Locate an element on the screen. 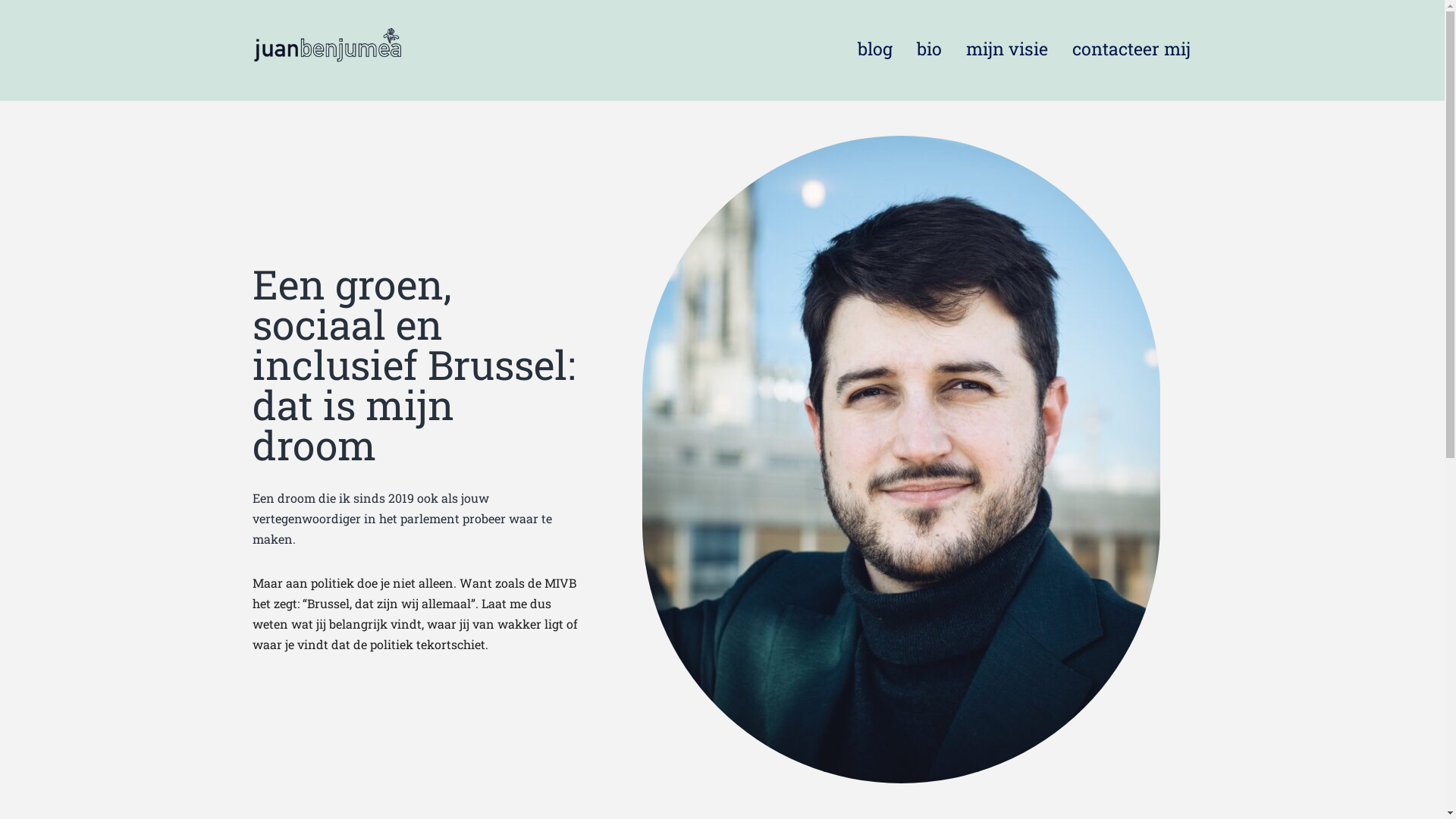  'contacteer mij' is located at coordinates (1059, 48).